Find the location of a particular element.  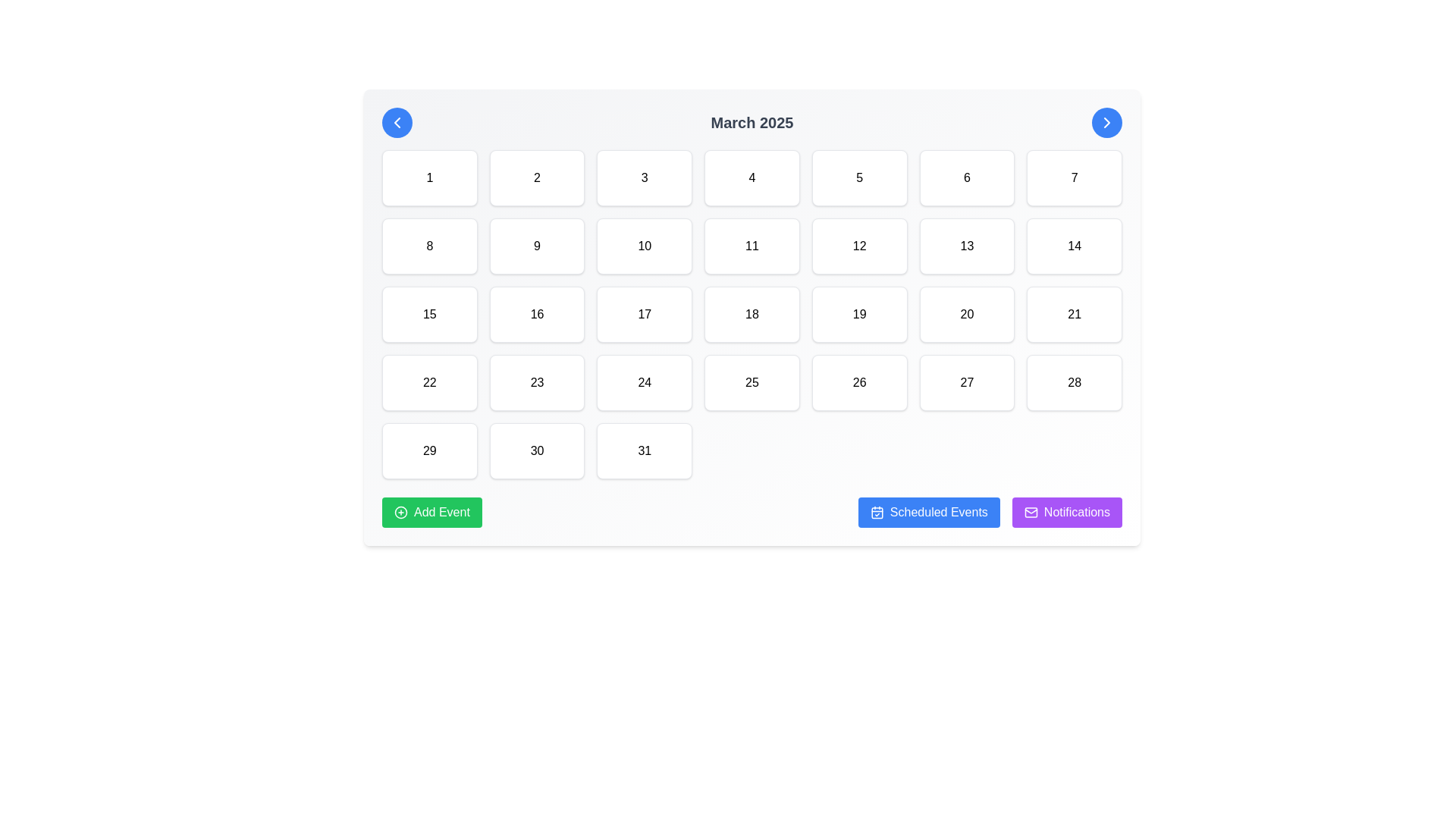

the purple rectangular button labeled 'Notifications' with a mail icon is located at coordinates (1066, 512).